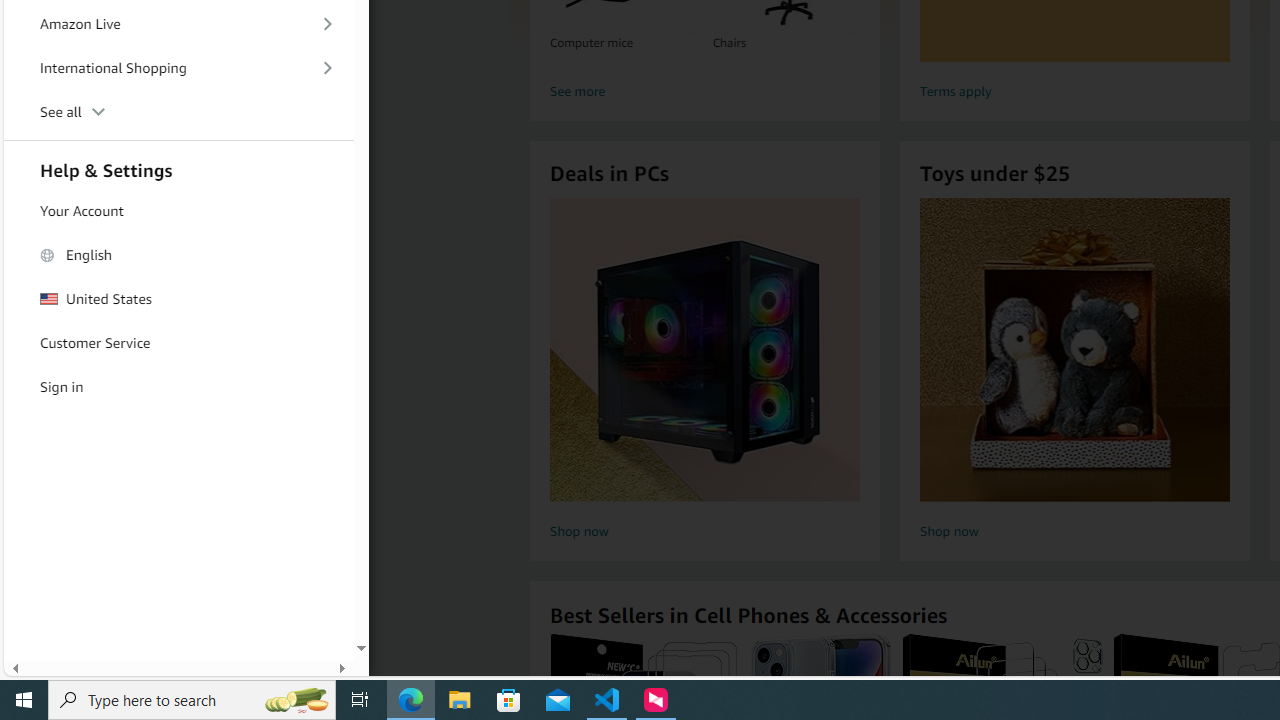  Describe the element at coordinates (179, 387) in the screenshot. I see `'Sign in'` at that location.